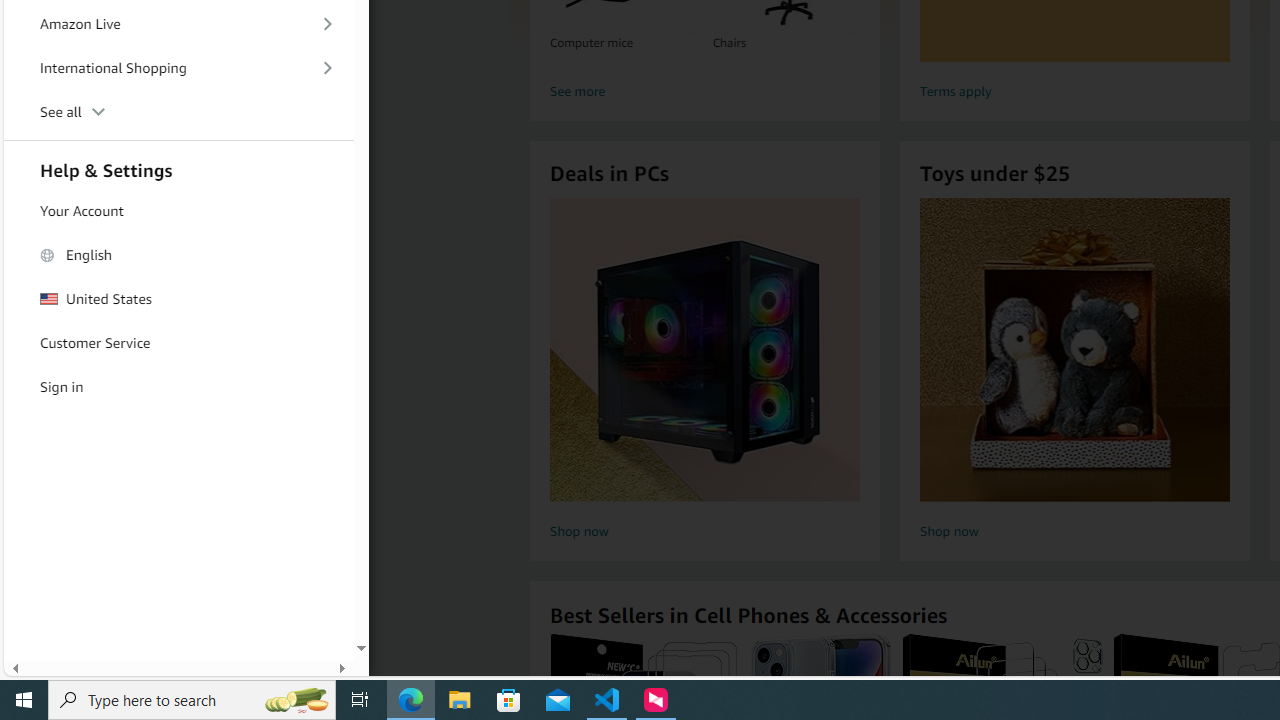  Describe the element at coordinates (179, 387) in the screenshot. I see `'Sign in'` at that location.